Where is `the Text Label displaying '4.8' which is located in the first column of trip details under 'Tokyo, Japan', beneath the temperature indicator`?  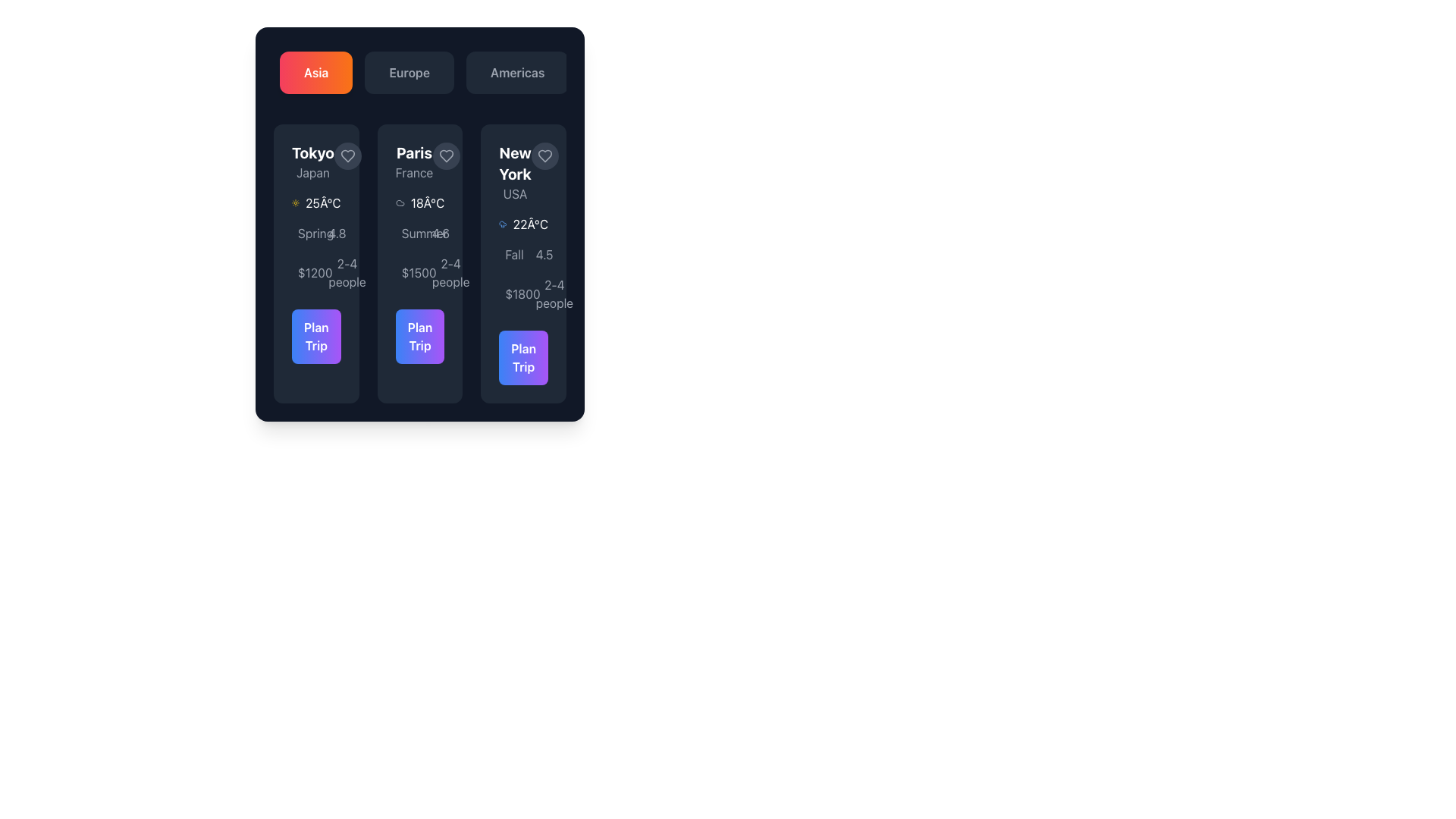
the Text Label displaying '4.8' which is located in the first column of trip details under 'Tokyo, Japan', beneath the temperature indicator is located at coordinates (336, 234).